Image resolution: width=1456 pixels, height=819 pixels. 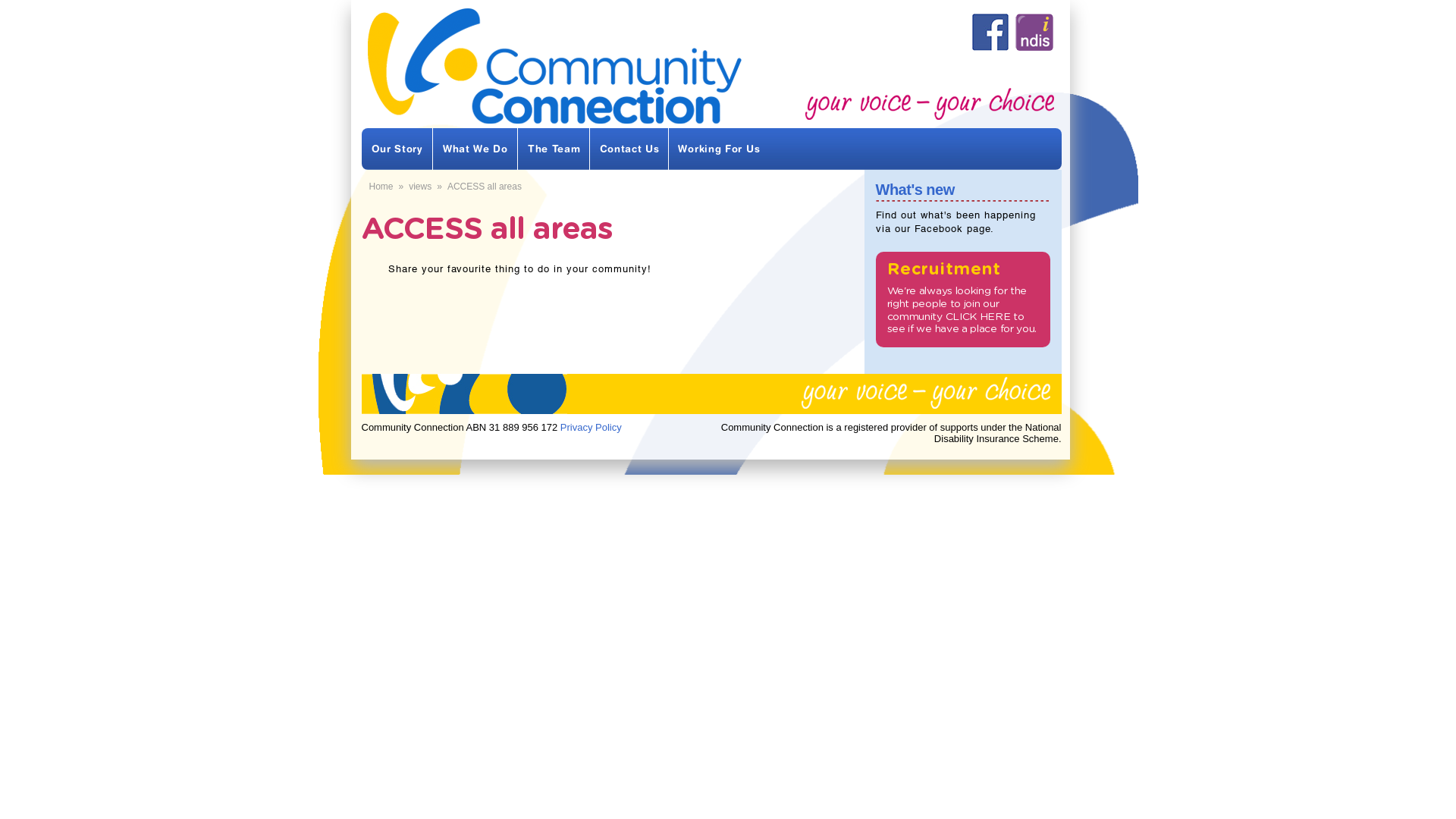 What do you see at coordinates (362, 146) in the screenshot?
I see `'Our Story'` at bounding box center [362, 146].